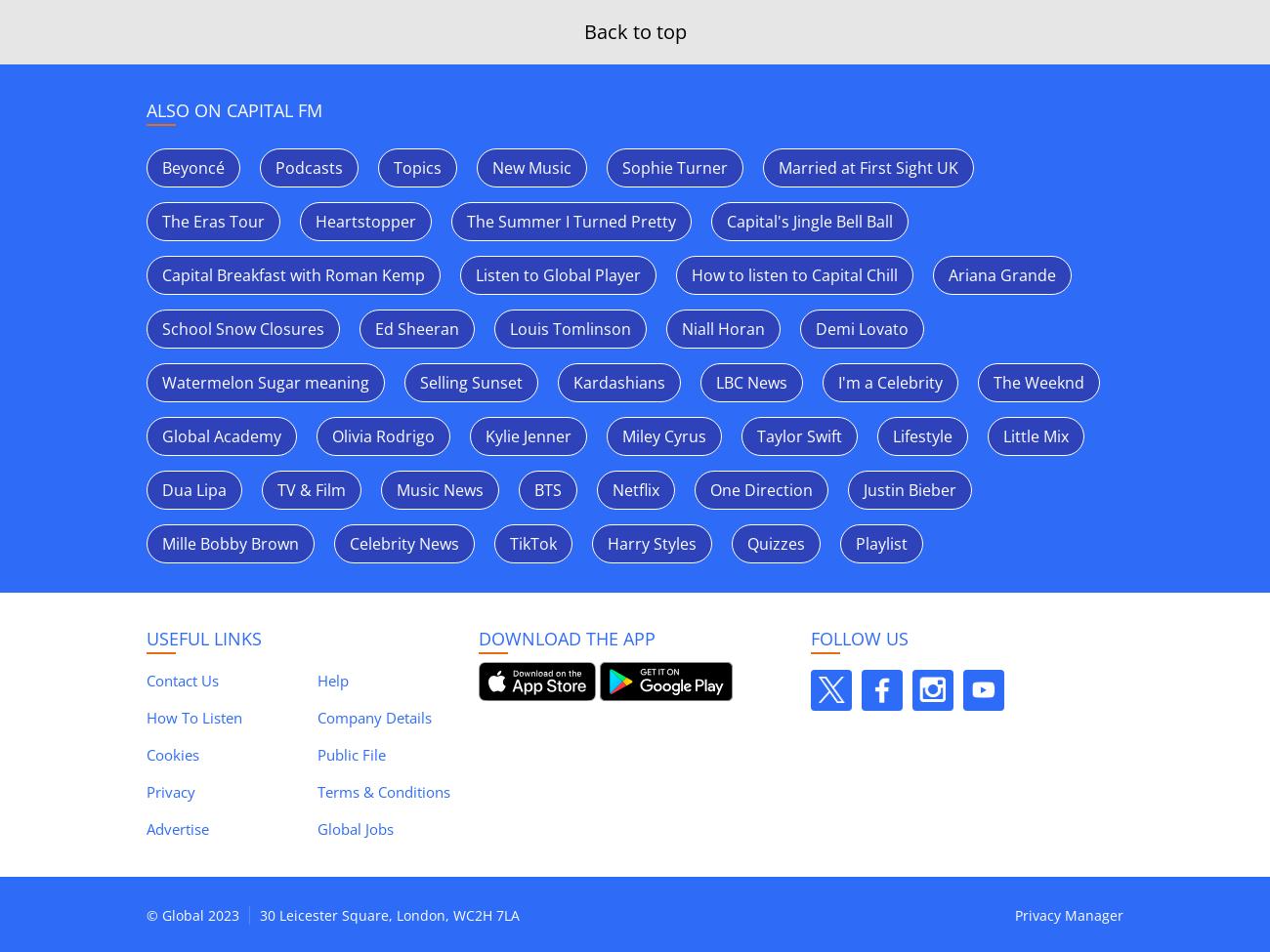 The image size is (1270, 952). What do you see at coordinates (312, 489) in the screenshot?
I see `'TV & Film'` at bounding box center [312, 489].